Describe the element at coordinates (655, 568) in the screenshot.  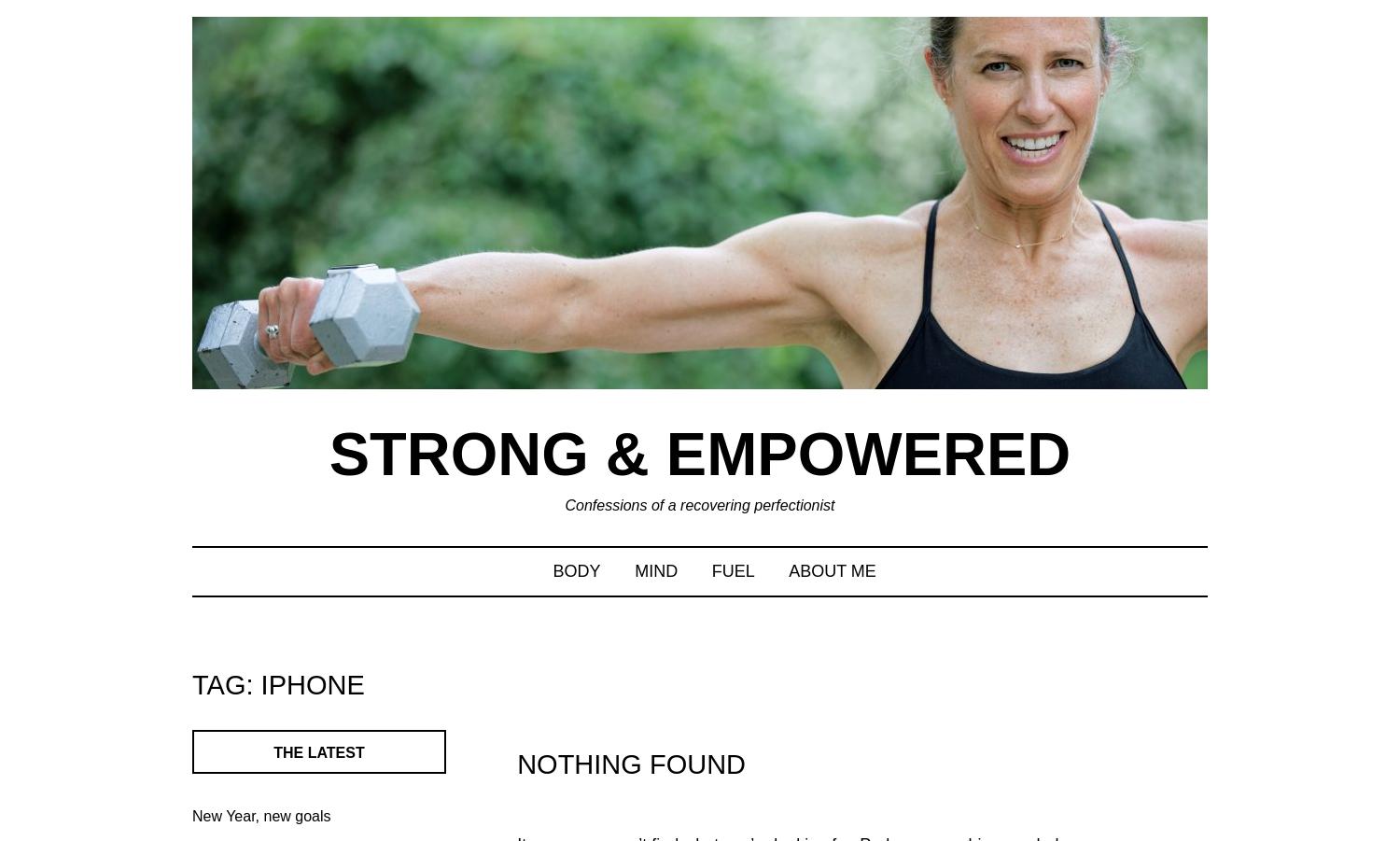
I see `'MIND'` at that location.